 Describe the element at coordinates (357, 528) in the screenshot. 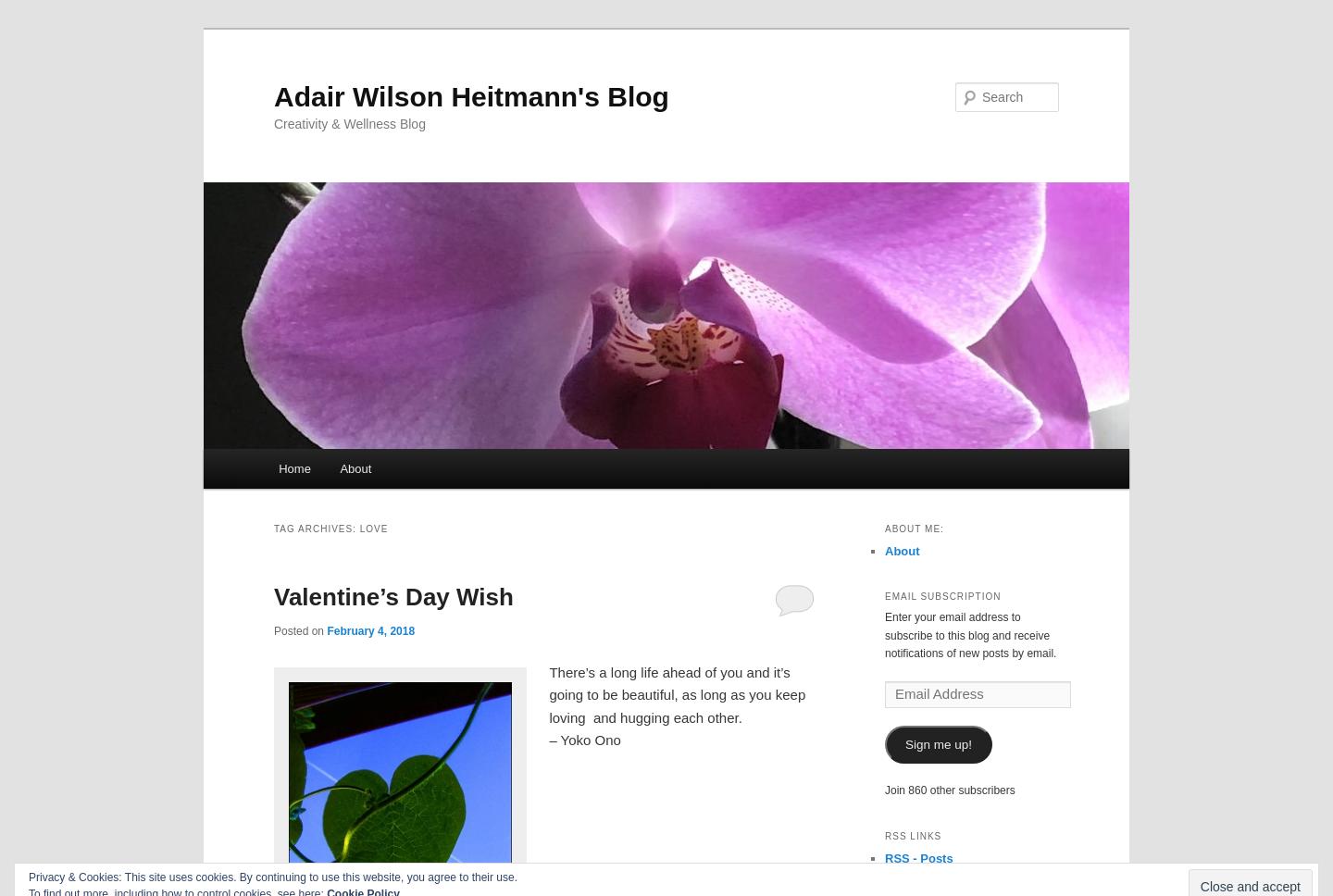

I see `'Love'` at that location.